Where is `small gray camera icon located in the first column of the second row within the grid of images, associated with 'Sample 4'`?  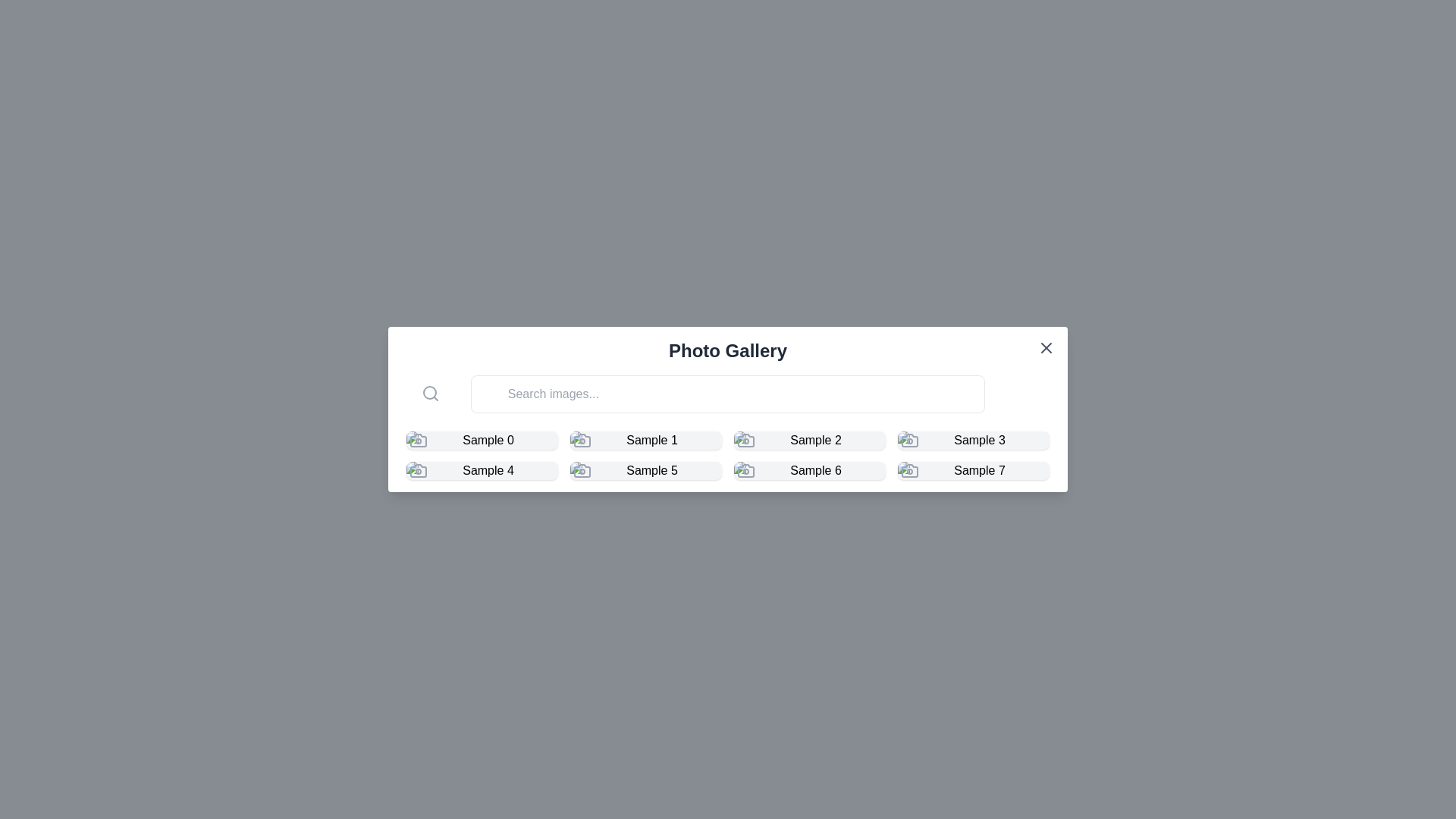 small gray camera icon located in the first column of the second row within the grid of images, associated with 'Sample 4' is located at coordinates (419, 470).